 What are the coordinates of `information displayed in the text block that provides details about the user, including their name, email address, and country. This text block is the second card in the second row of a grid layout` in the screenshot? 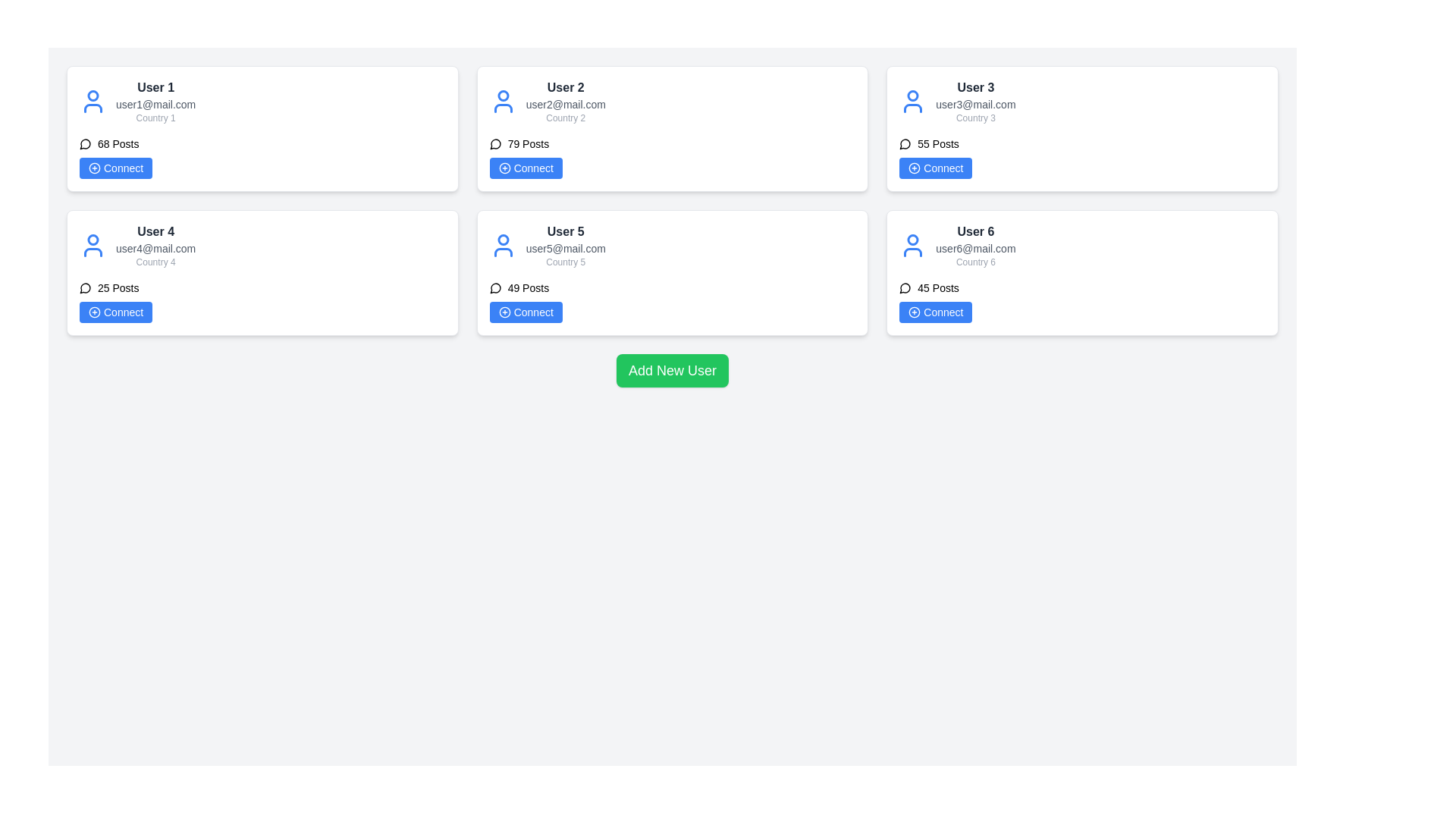 It's located at (155, 245).